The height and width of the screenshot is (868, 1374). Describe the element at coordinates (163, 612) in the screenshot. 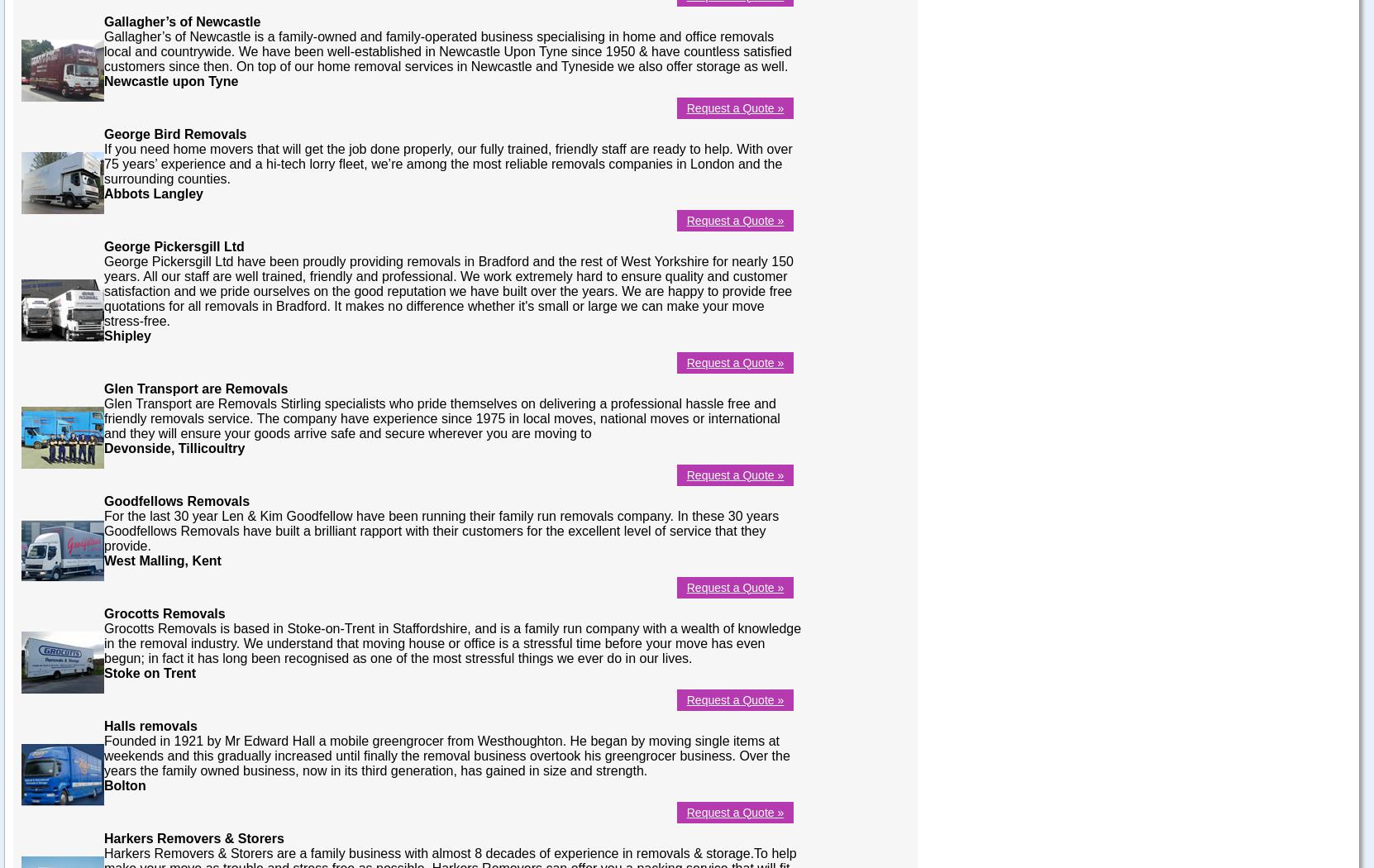

I see `'Grocotts Removals'` at that location.